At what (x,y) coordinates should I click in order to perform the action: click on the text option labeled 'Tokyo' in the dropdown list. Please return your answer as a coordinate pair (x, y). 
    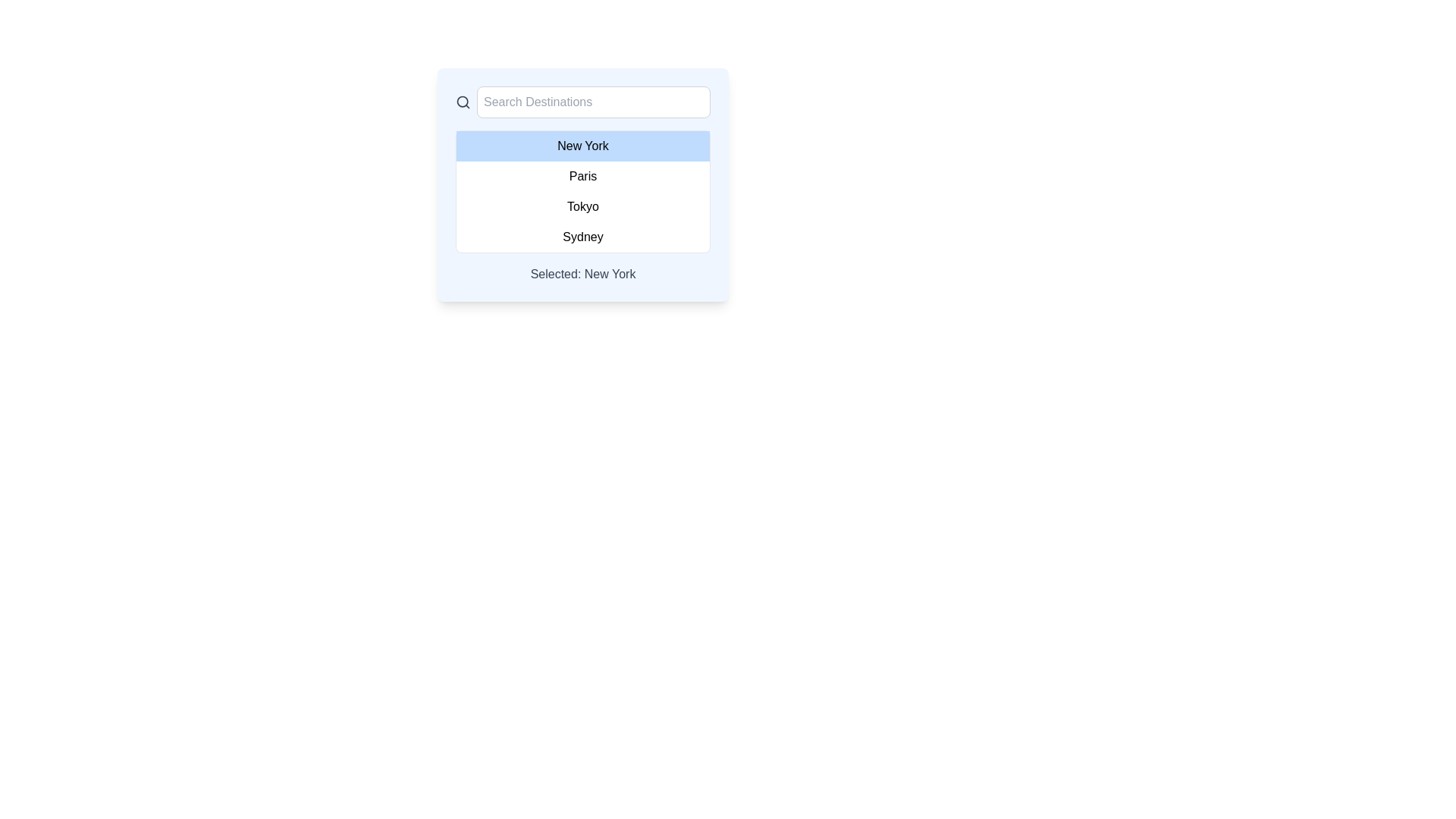
    Looking at the image, I should click on (582, 207).